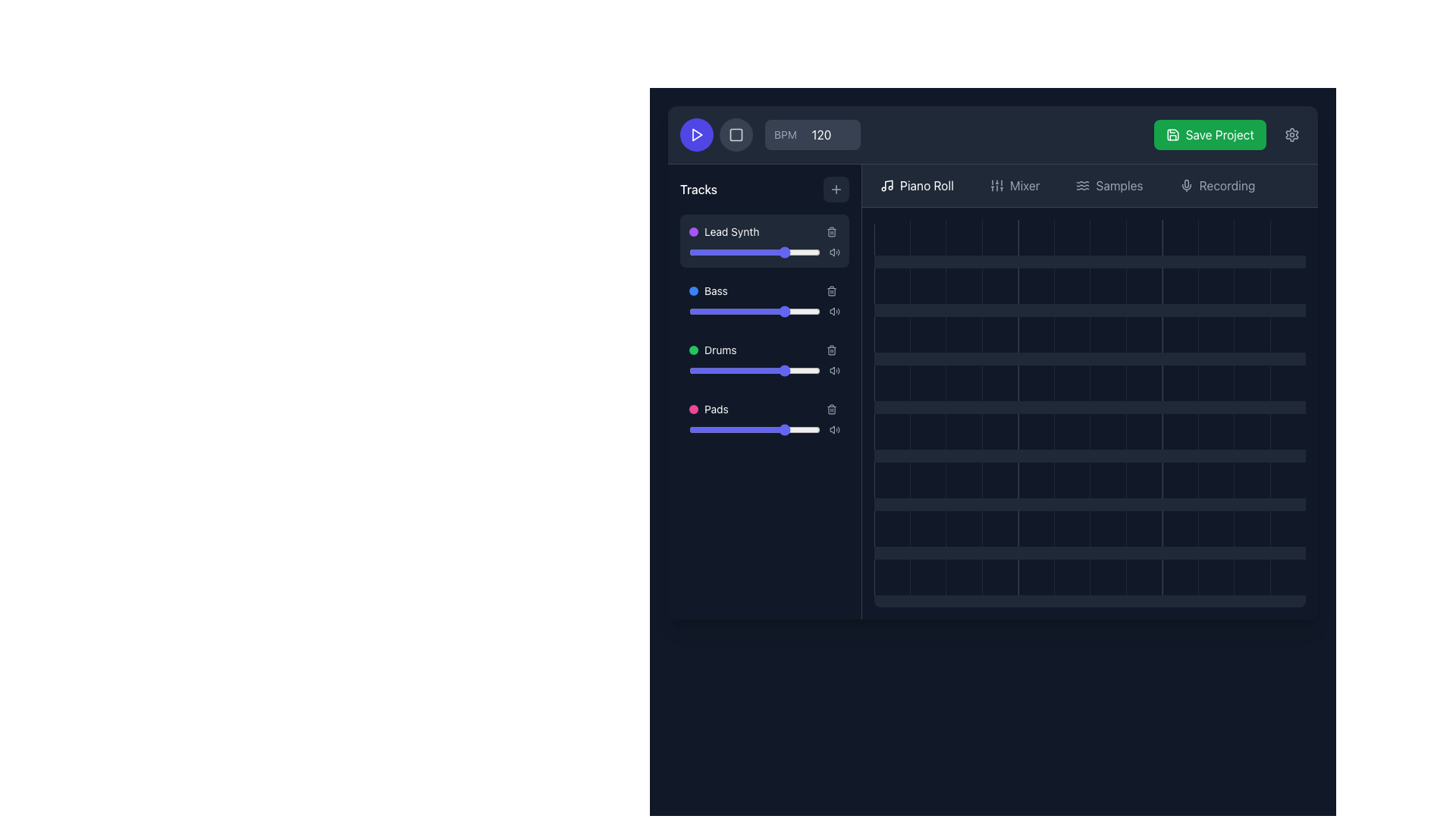 This screenshot has height=819, width=1456. What do you see at coordinates (811, 430) in the screenshot?
I see `the slider` at bounding box center [811, 430].